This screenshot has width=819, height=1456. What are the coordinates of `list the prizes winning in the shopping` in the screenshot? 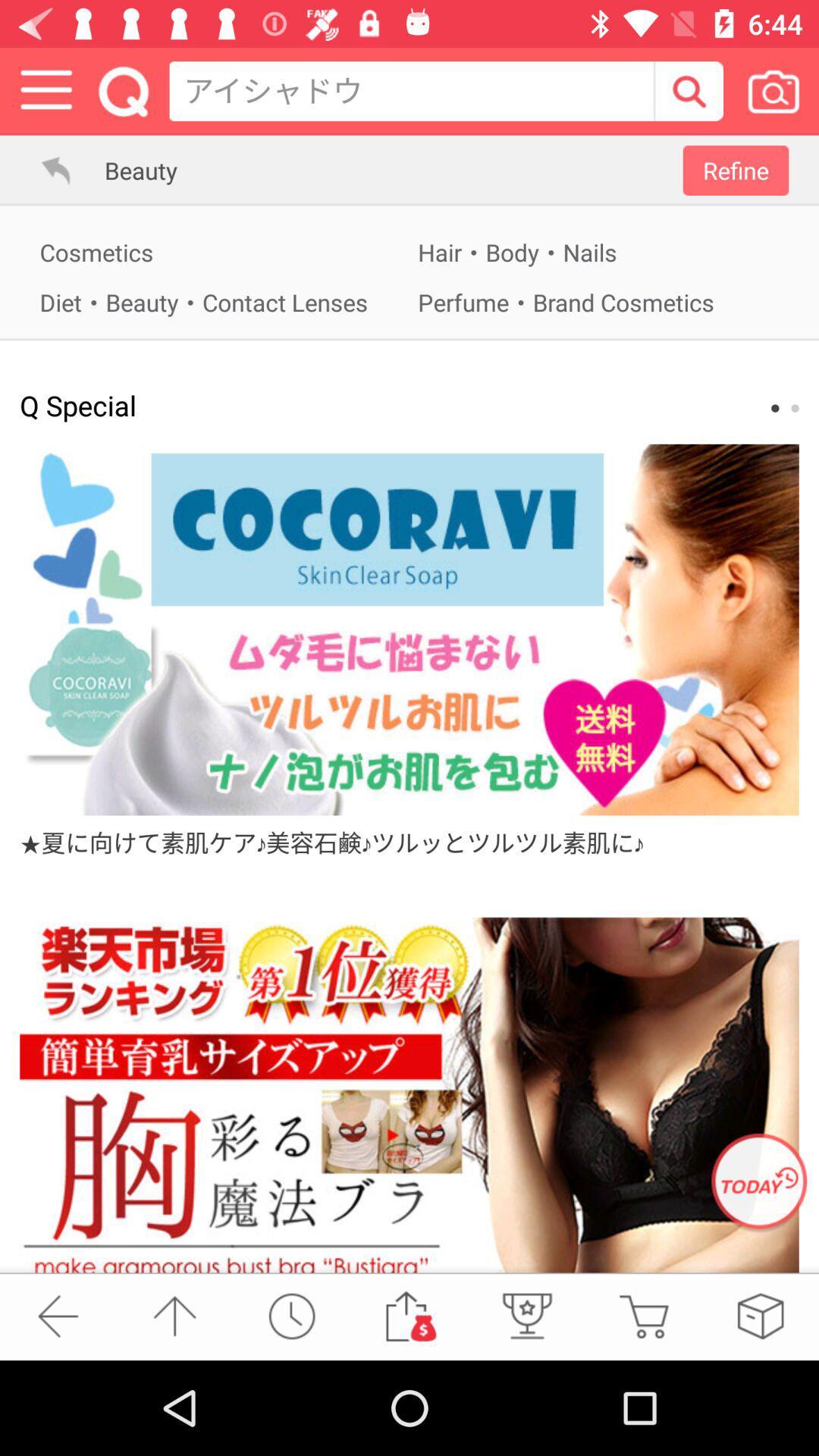 It's located at (525, 1315).